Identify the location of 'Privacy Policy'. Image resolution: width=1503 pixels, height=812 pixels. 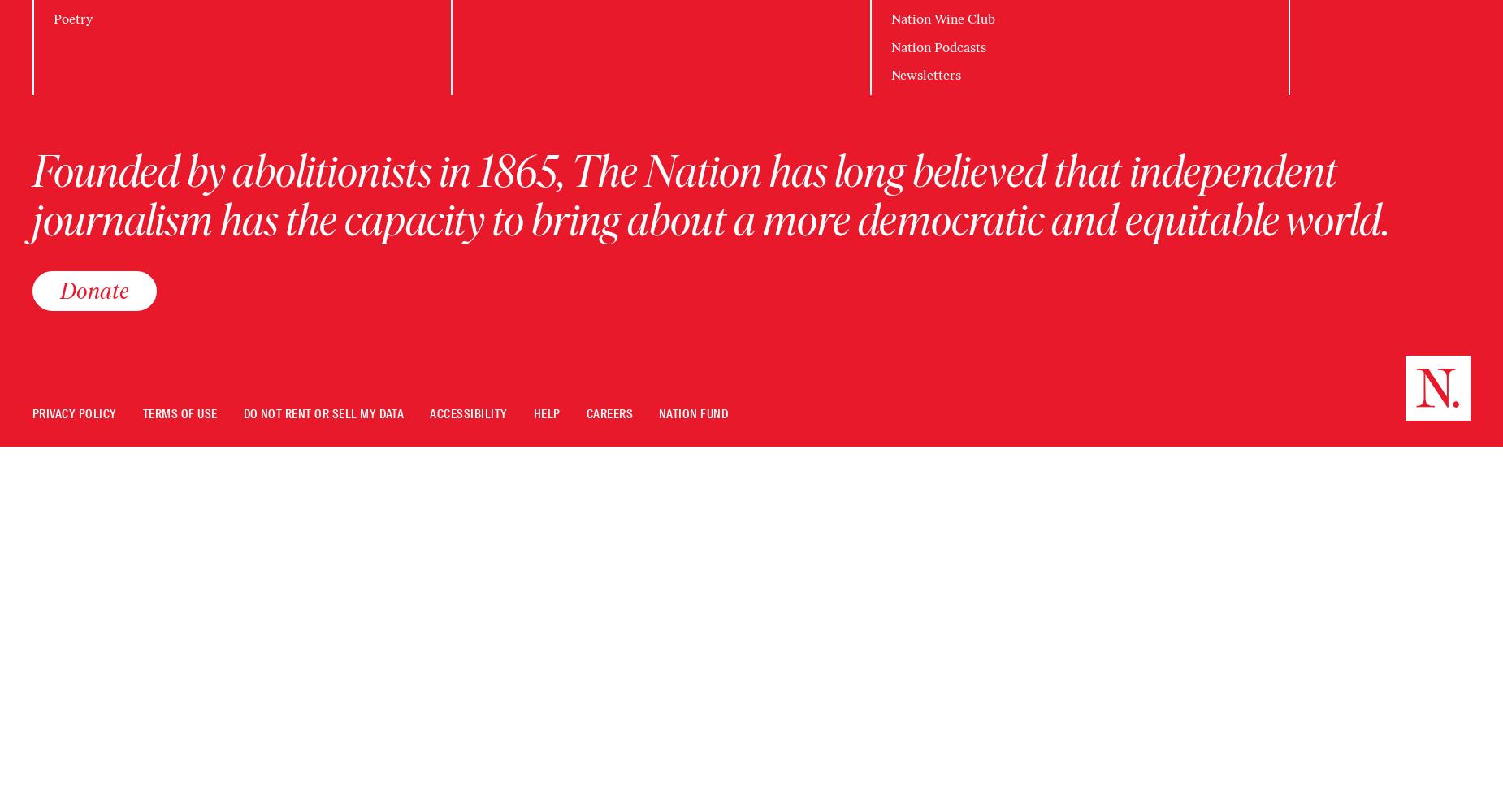
(31, 413).